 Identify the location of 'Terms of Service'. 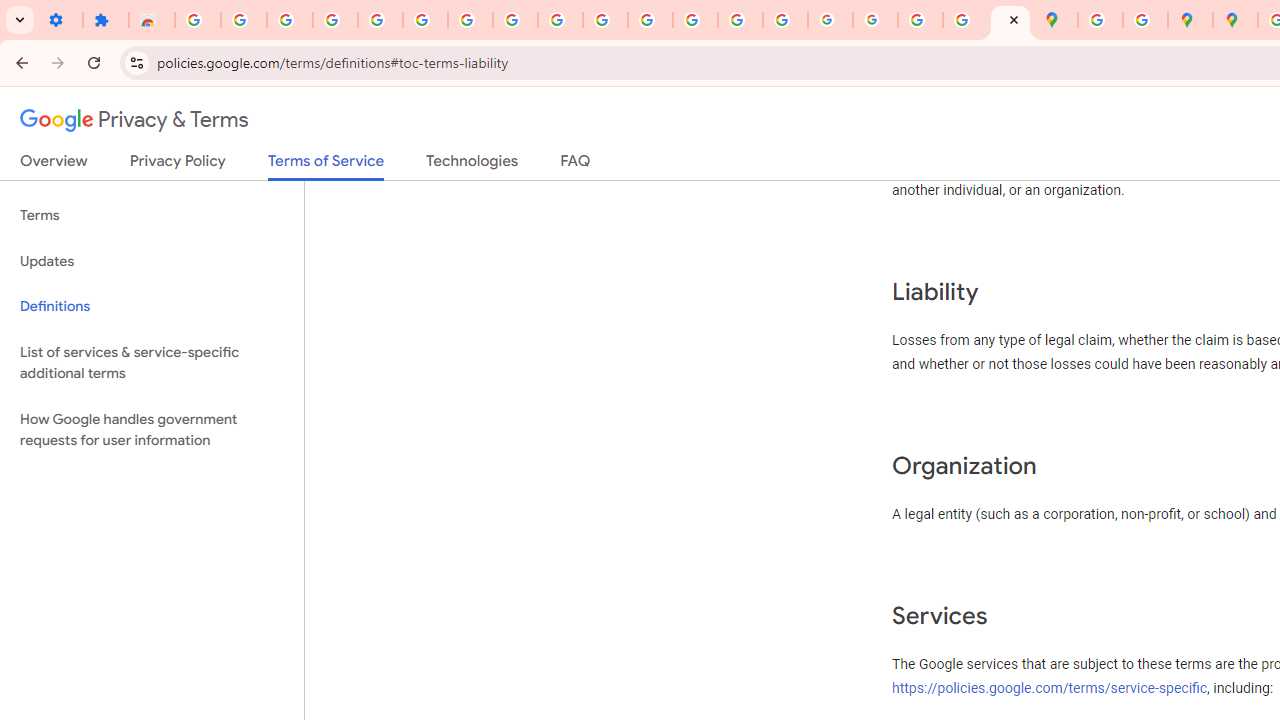
(326, 165).